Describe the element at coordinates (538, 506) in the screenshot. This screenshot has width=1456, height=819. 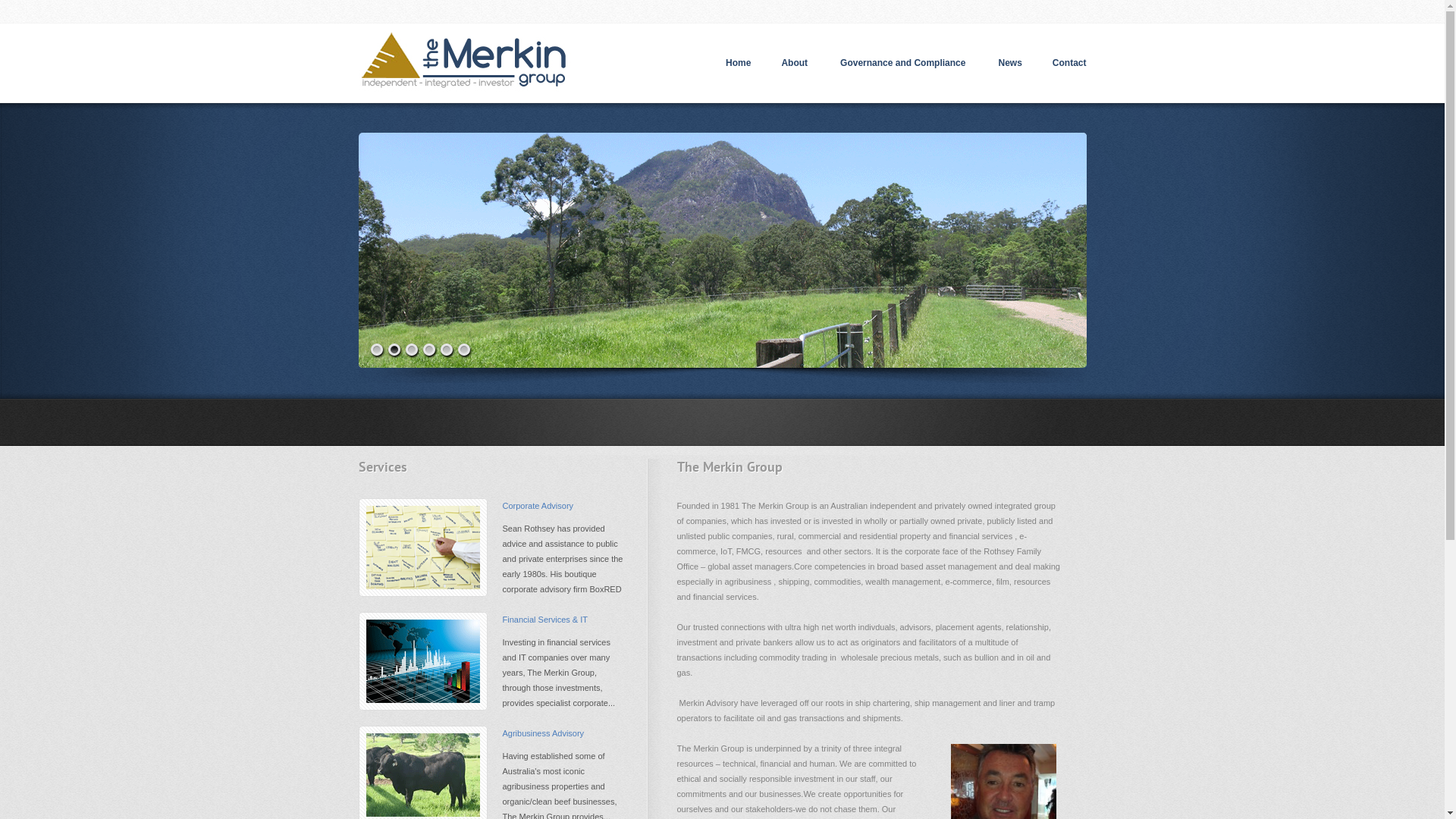
I see `'Corporate Advisory'` at that location.